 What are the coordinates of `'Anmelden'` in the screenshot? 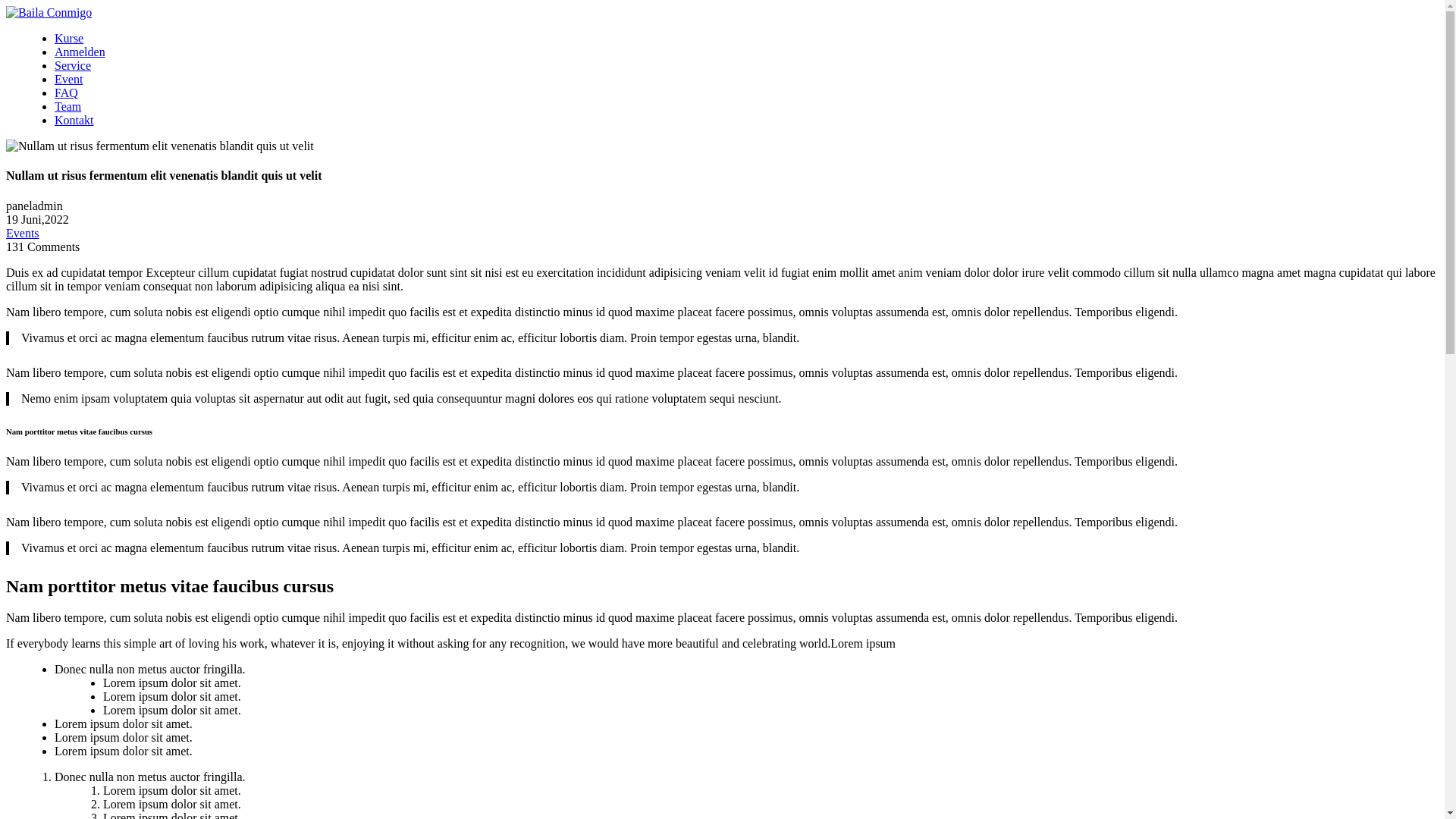 It's located at (79, 51).